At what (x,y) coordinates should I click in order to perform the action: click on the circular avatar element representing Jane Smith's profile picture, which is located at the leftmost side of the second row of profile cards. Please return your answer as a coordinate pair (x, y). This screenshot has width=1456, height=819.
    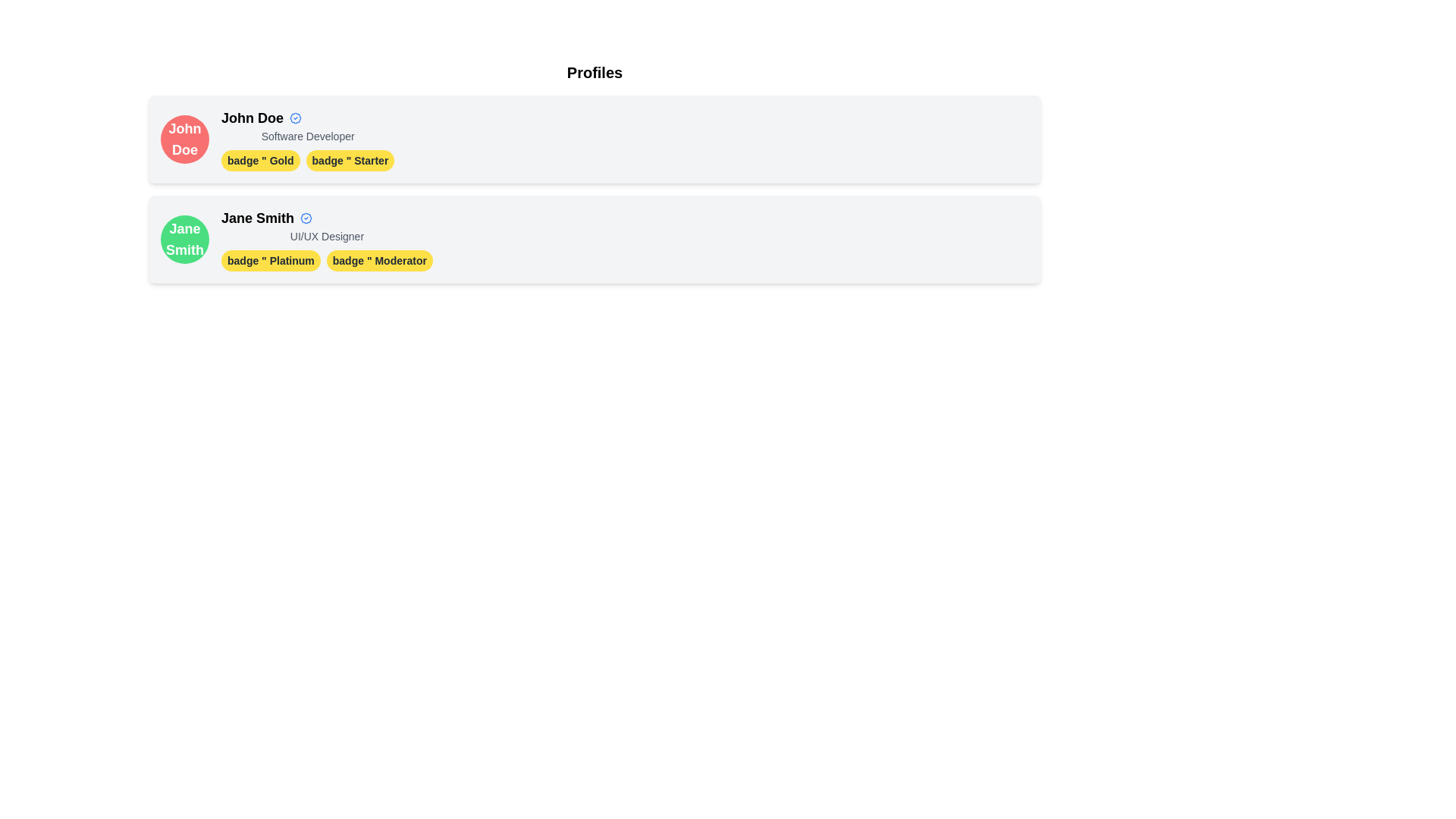
    Looking at the image, I should click on (184, 239).